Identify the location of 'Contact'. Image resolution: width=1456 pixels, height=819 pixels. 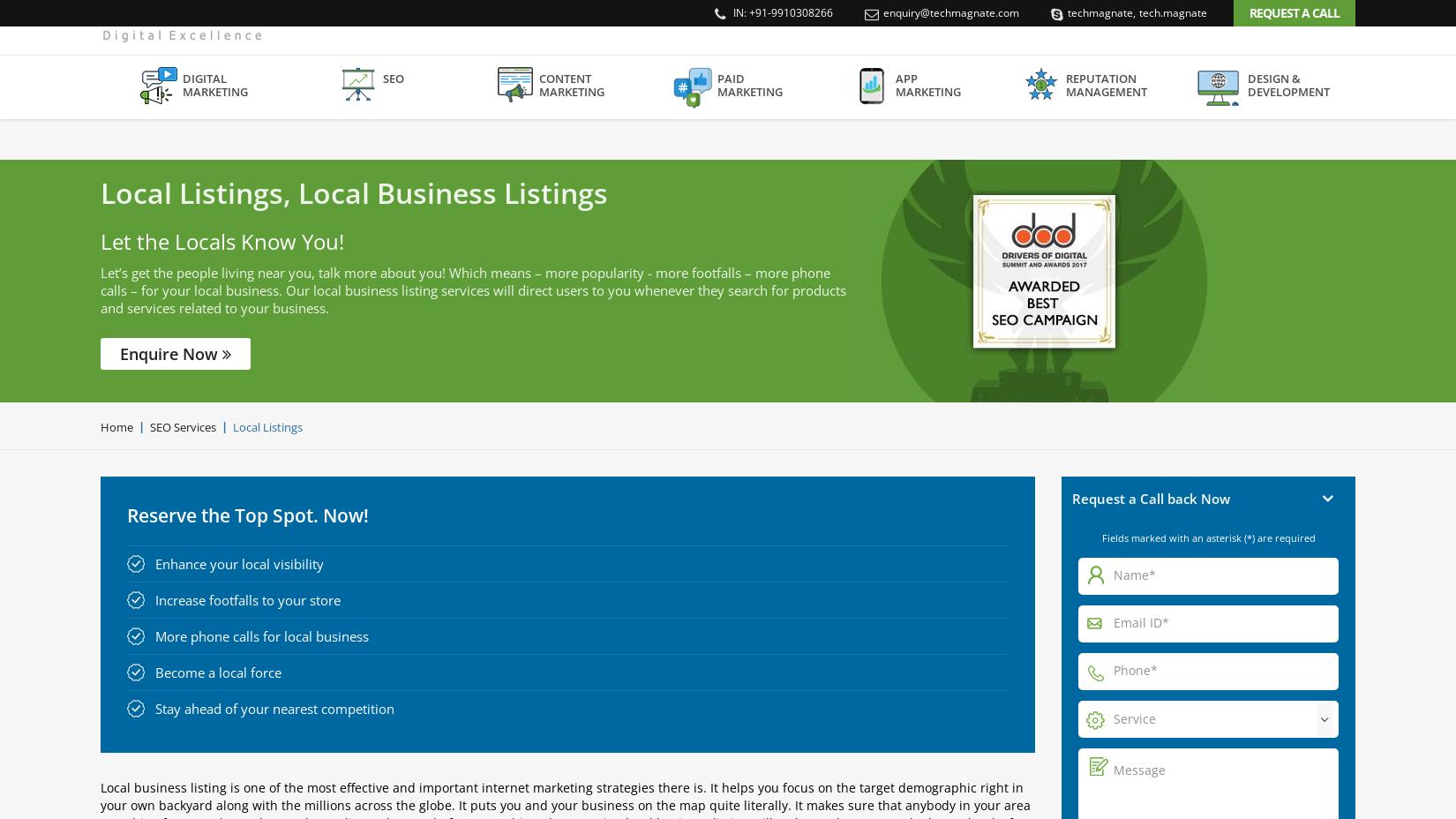
(1328, 60).